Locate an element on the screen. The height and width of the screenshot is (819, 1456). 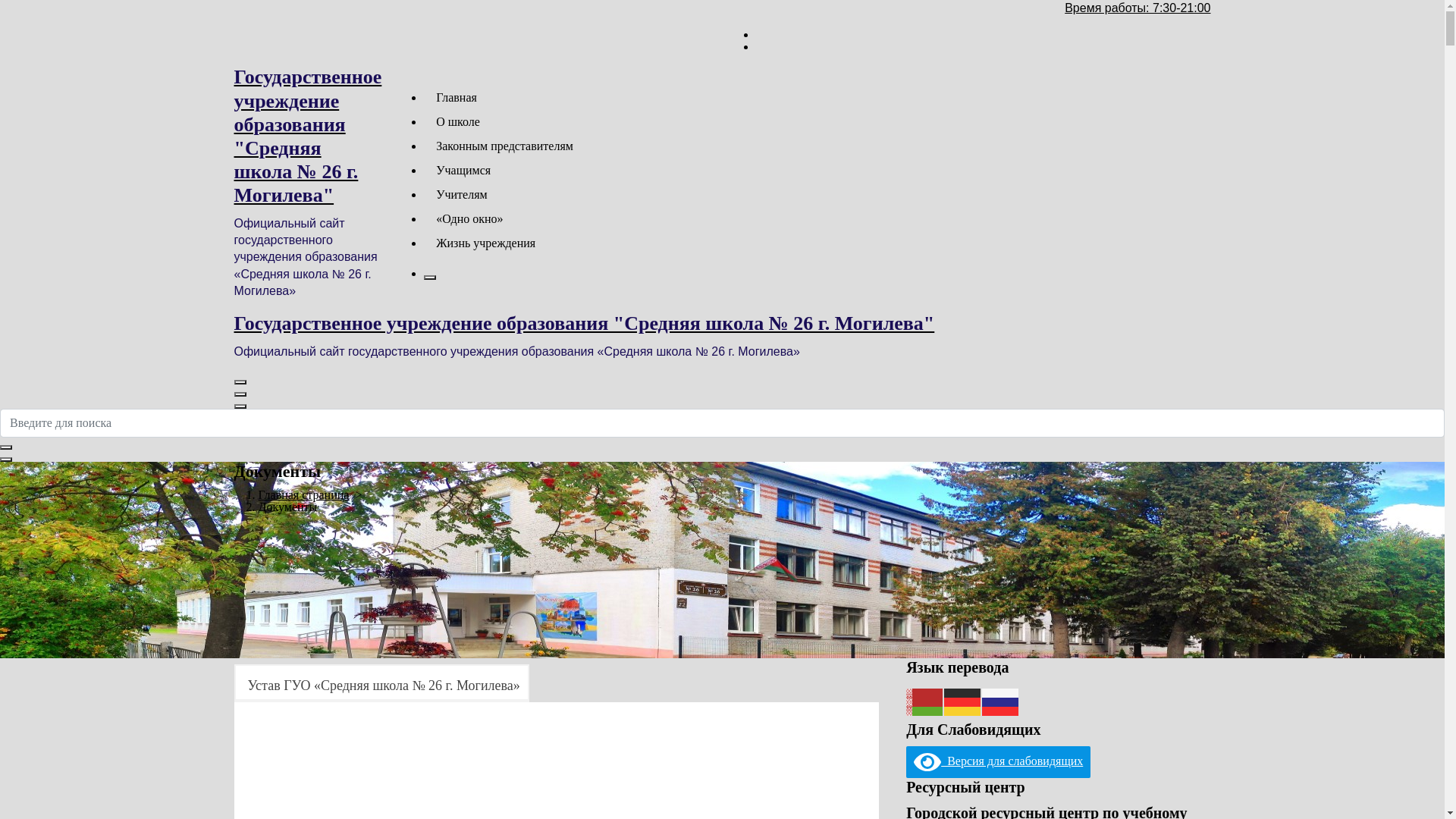
'Belarusian' is located at coordinates (906, 701).